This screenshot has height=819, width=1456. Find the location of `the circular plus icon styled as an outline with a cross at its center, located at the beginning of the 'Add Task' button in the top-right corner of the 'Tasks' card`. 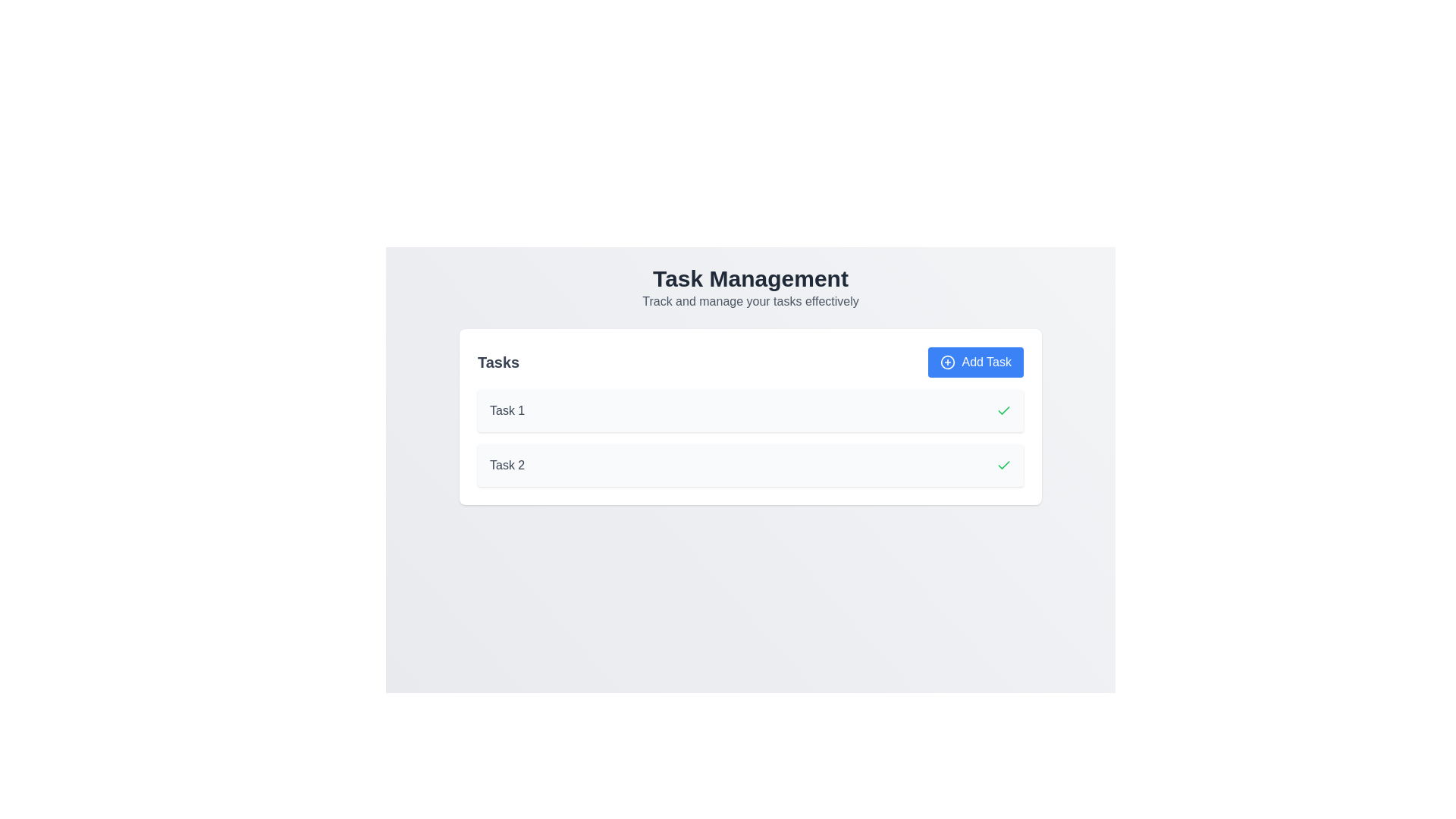

the circular plus icon styled as an outline with a cross at its center, located at the beginning of the 'Add Task' button in the top-right corner of the 'Tasks' card is located at coordinates (947, 362).